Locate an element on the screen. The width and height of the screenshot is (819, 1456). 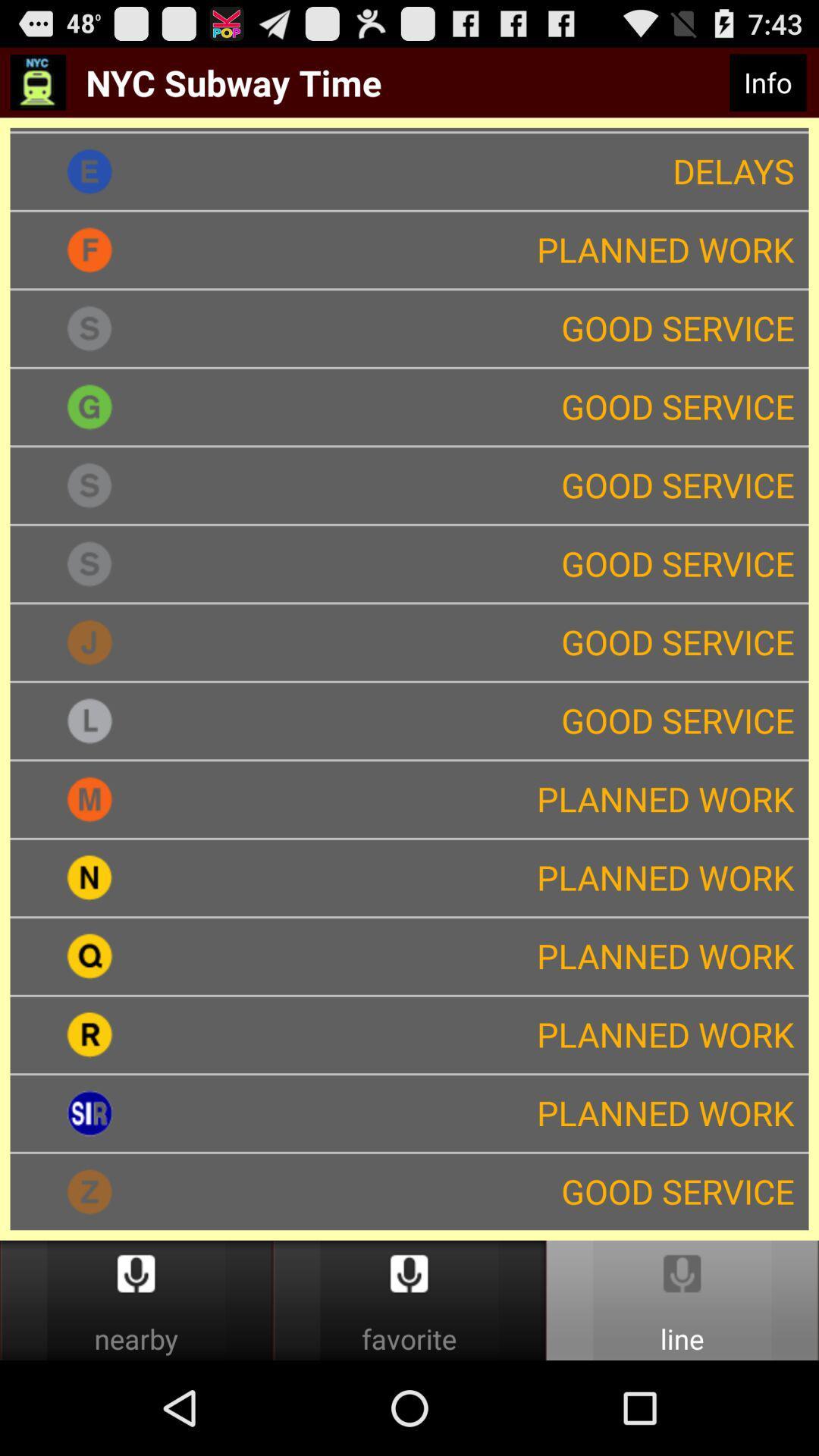
delays app is located at coordinates (488, 171).